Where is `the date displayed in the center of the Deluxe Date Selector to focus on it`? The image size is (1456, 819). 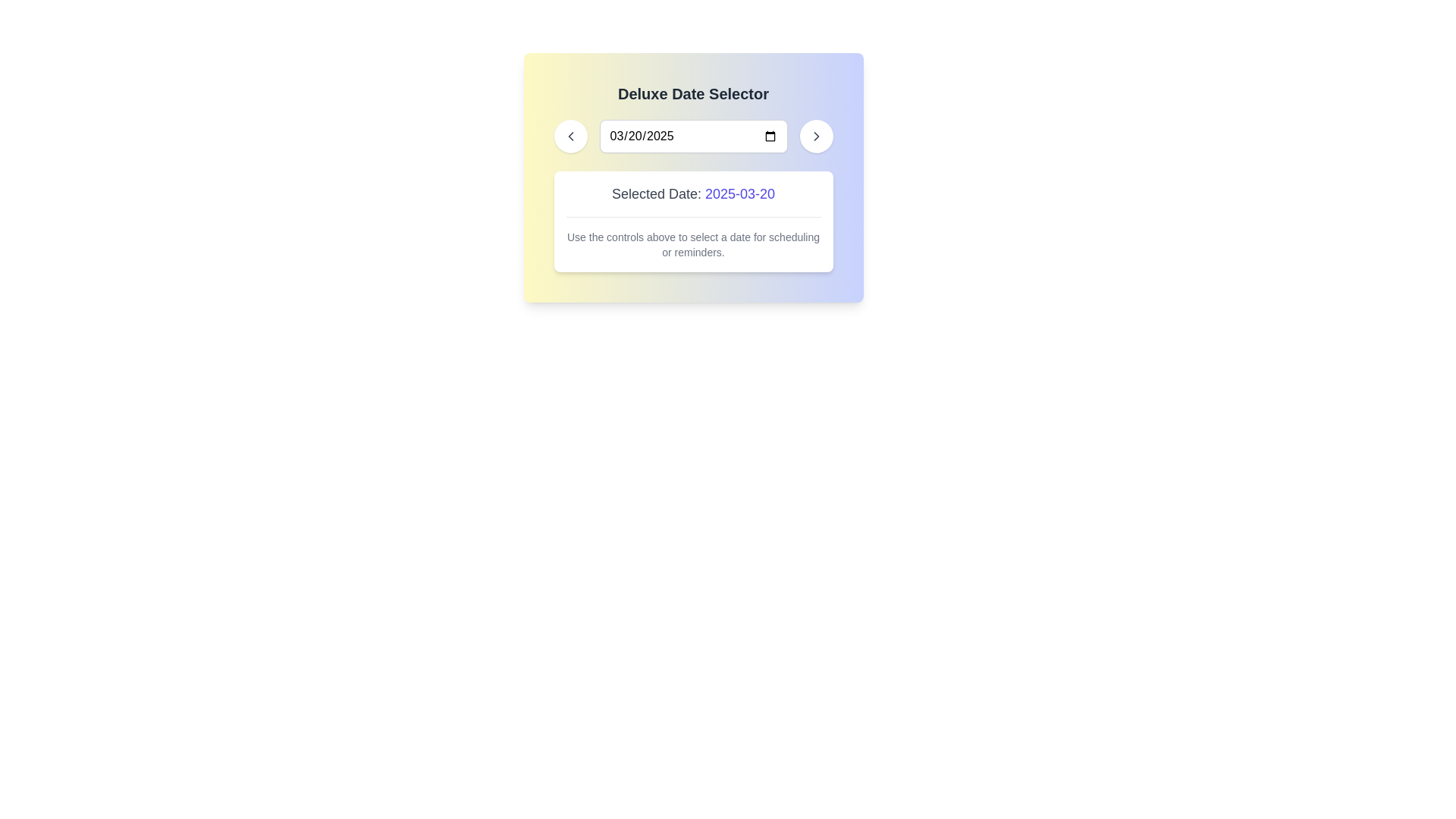
the date displayed in the center of the Deluxe Date Selector to focus on it is located at coordinates (692, 136).